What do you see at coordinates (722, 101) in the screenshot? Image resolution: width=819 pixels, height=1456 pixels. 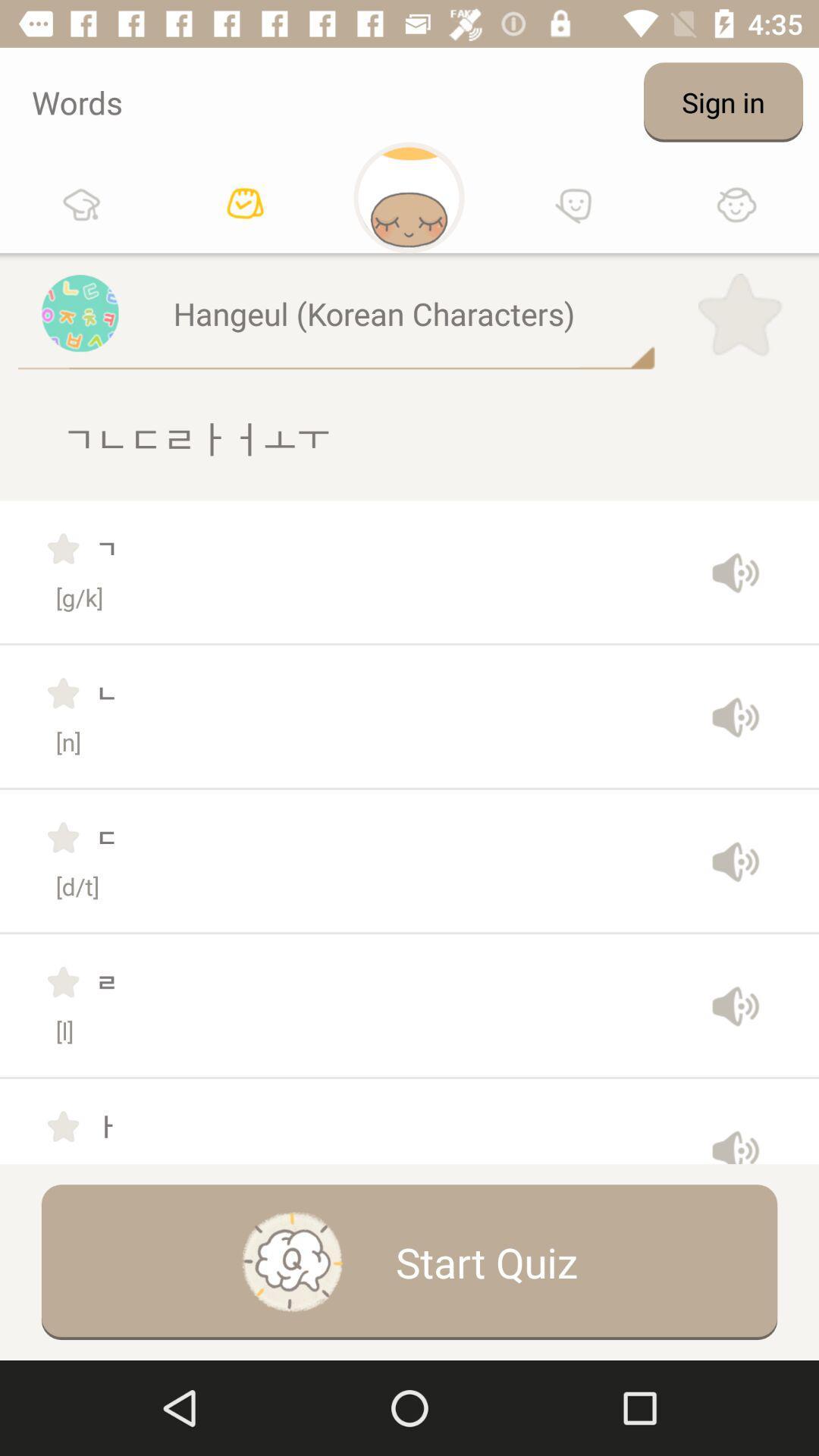 I see `the app to the right of words icon` at bounding box center [722, 101].